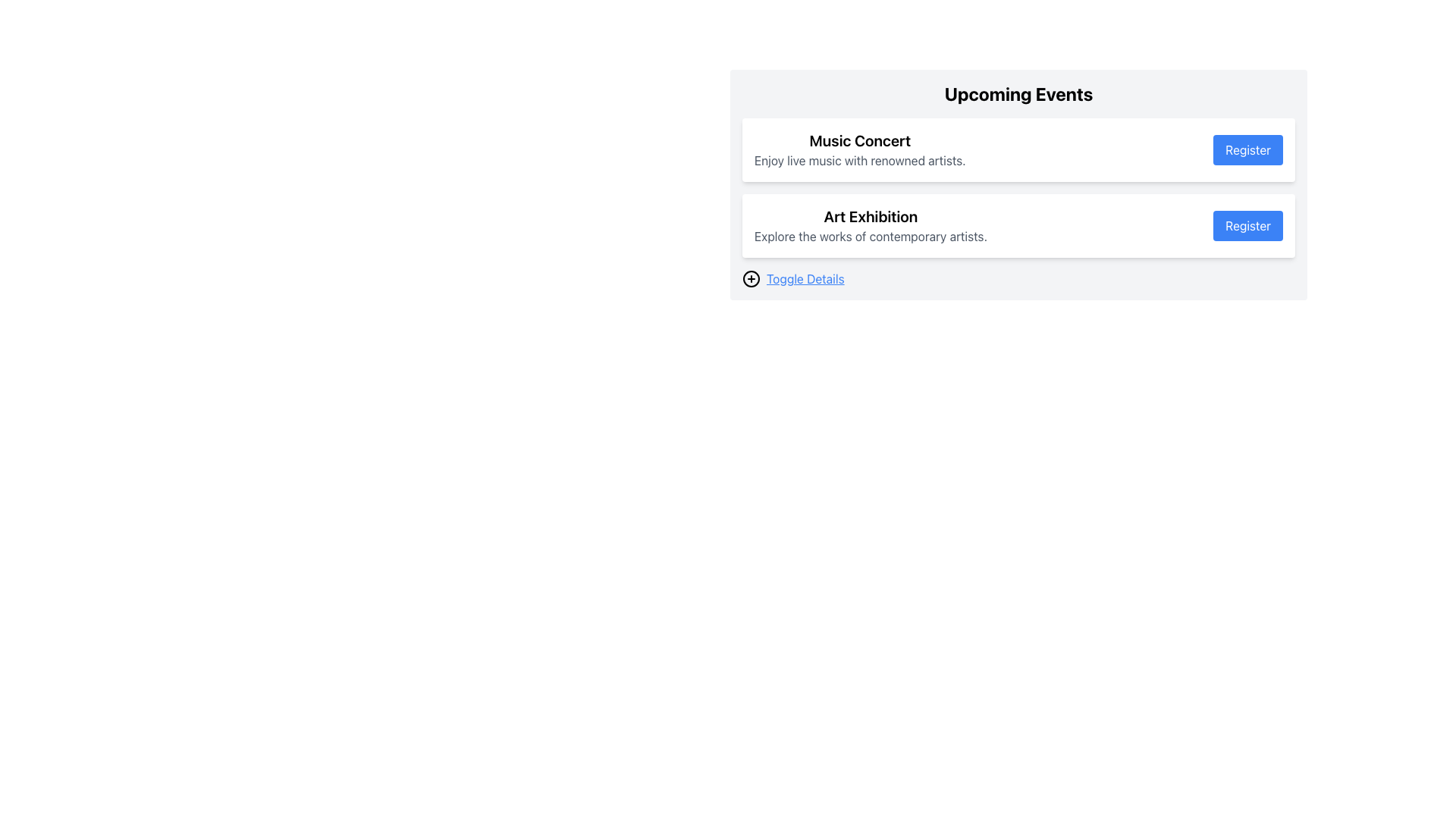 This screenshot has height=819, width=1456. I want to click on the interactive toggle icon located to the left of the 'Toggle Details' text, so click(751, 278).